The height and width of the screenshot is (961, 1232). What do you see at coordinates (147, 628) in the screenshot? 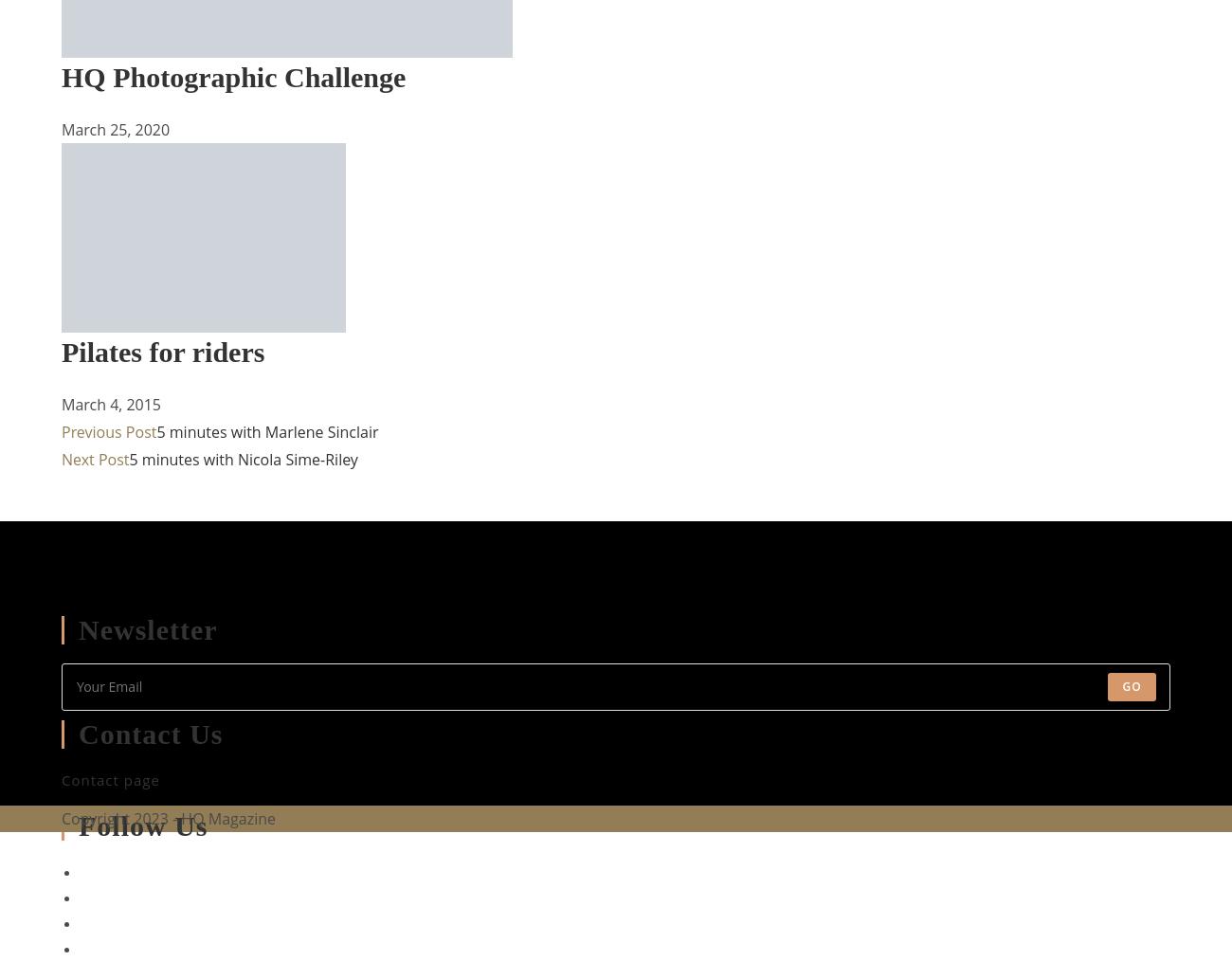
I see `'Newsletter'` at bounding box center [147, 628].